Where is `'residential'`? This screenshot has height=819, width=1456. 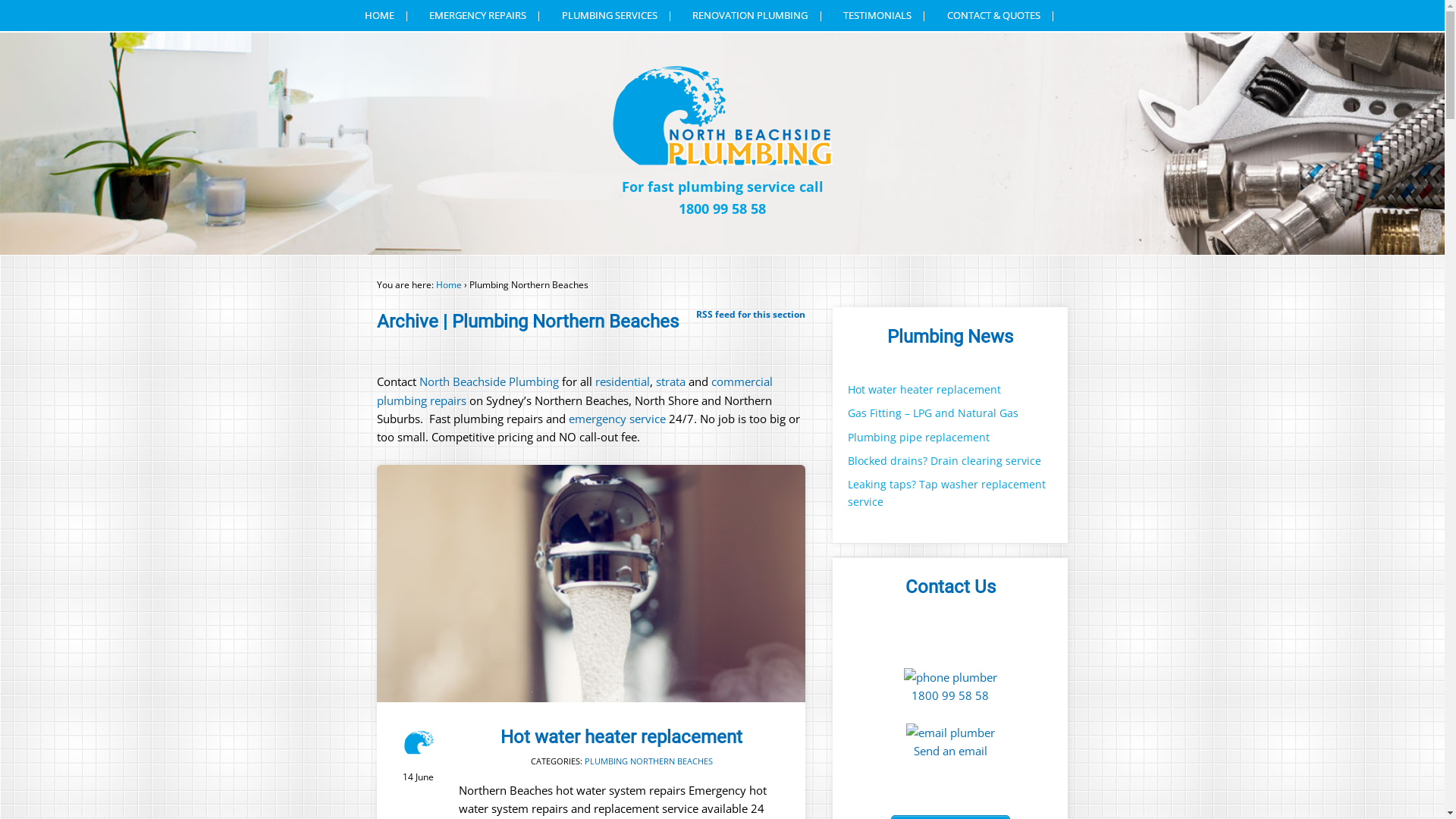
'residential' is located at coordinates (622, 380).